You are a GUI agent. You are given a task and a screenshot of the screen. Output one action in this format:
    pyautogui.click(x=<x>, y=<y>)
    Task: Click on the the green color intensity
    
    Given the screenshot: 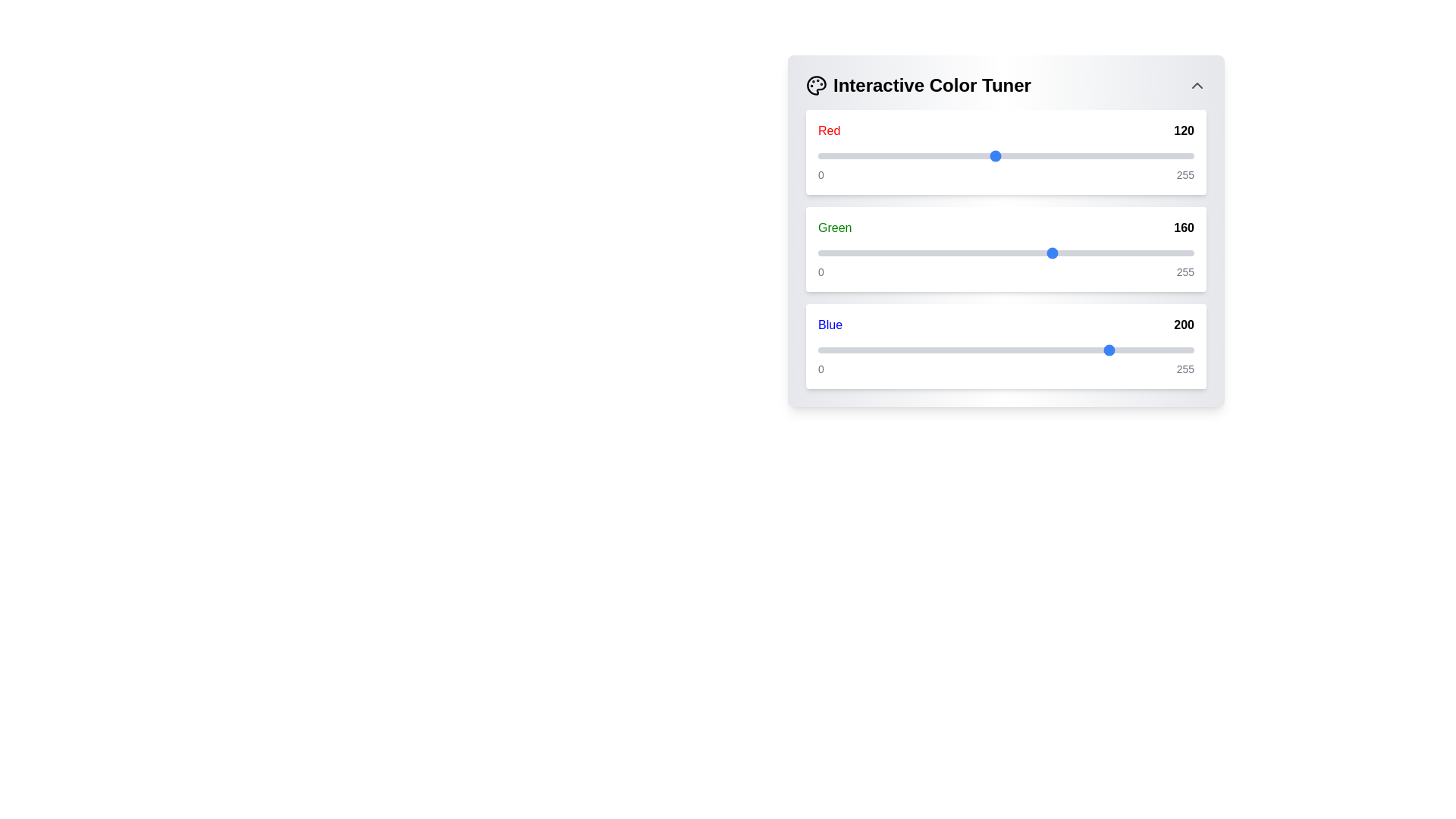 What is the action you would take?
    pyautogui.click(x=916, y=253)
    